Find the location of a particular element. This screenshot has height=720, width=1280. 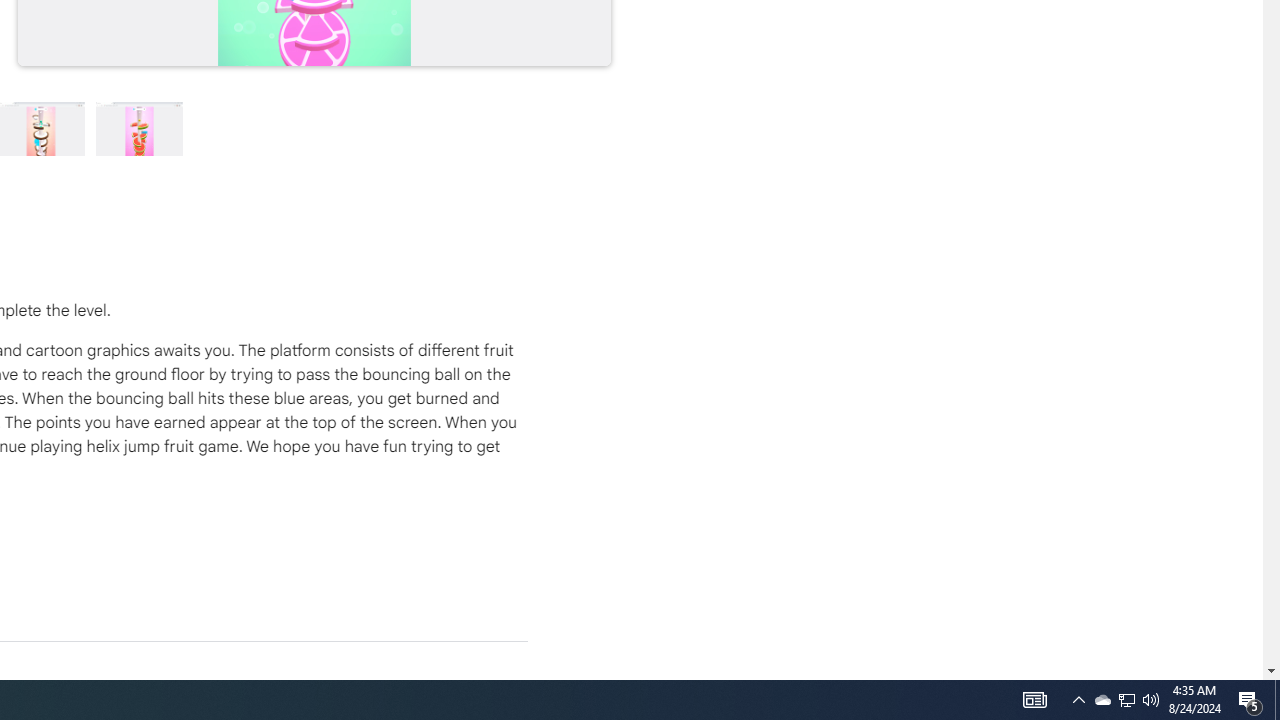

'Preview slide 4' is located at coordinates (139, 128).